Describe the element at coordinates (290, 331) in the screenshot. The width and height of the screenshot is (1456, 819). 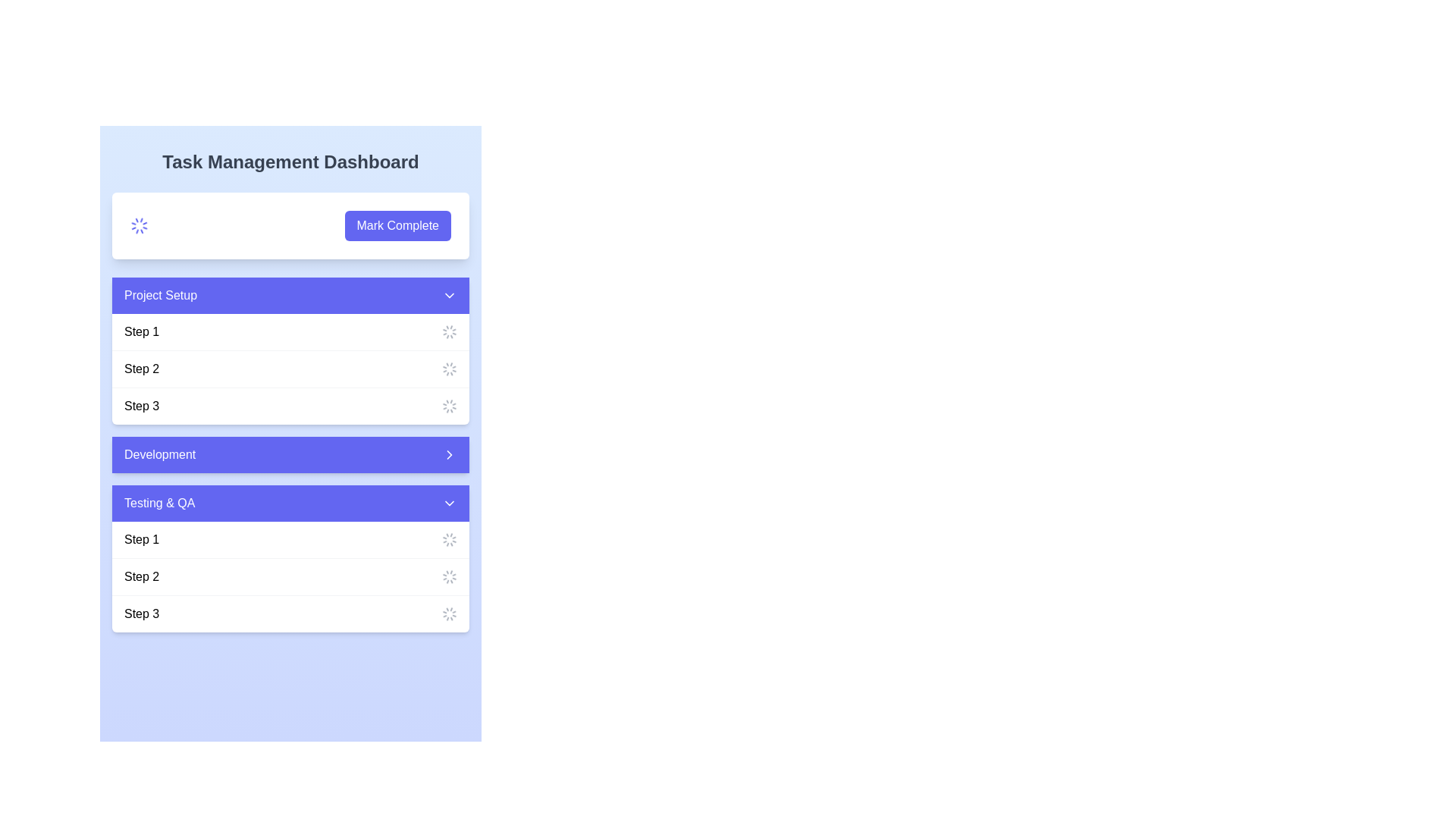
I see `the loading status of the first row in the 'Project Setup' section, which displays 'Step 1' on the left and a spinning loader icon on the right` at that location.